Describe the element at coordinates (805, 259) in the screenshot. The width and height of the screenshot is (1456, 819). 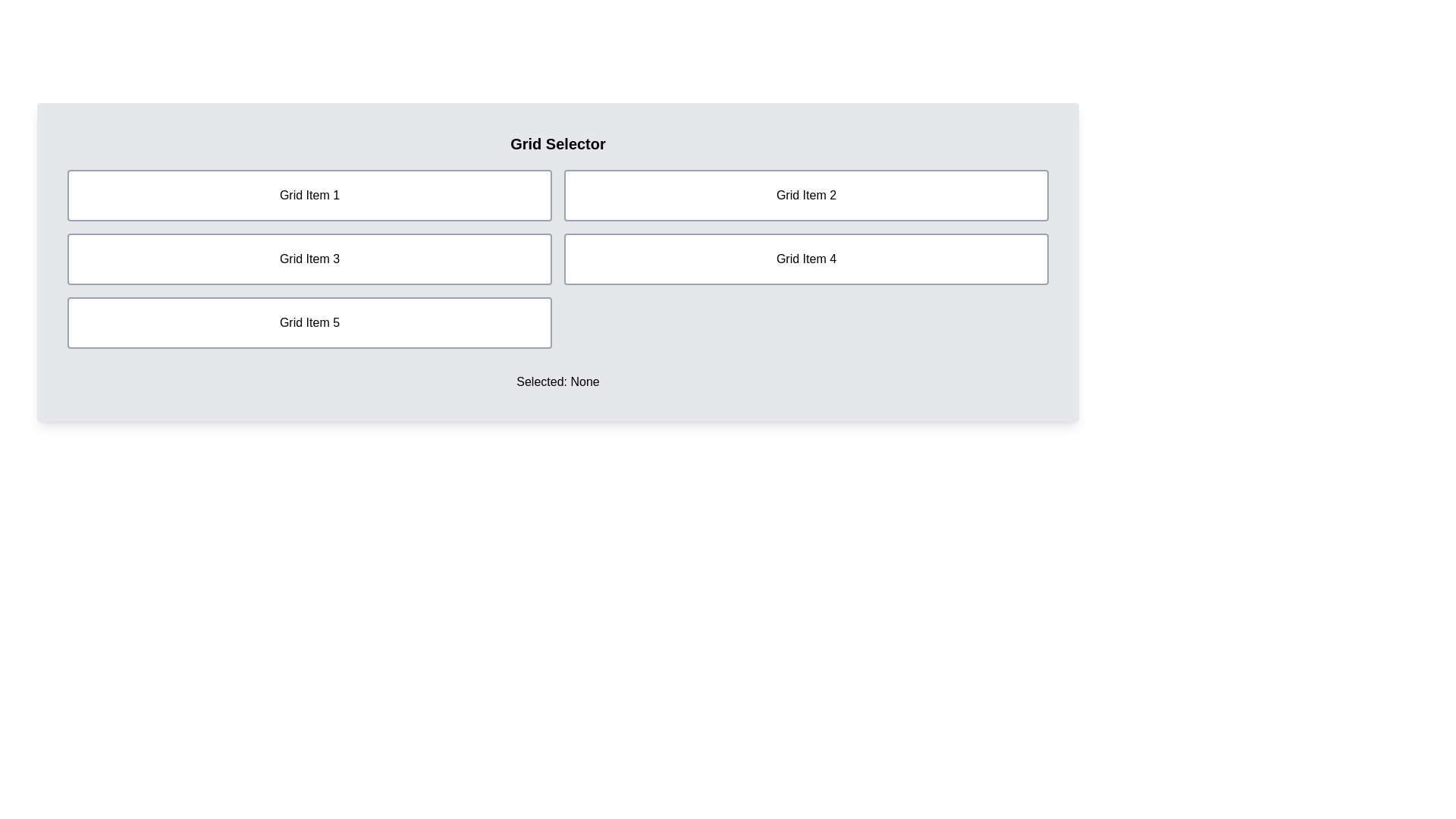
I see `the grid item labeled 'Grid Item 4'` at that location.